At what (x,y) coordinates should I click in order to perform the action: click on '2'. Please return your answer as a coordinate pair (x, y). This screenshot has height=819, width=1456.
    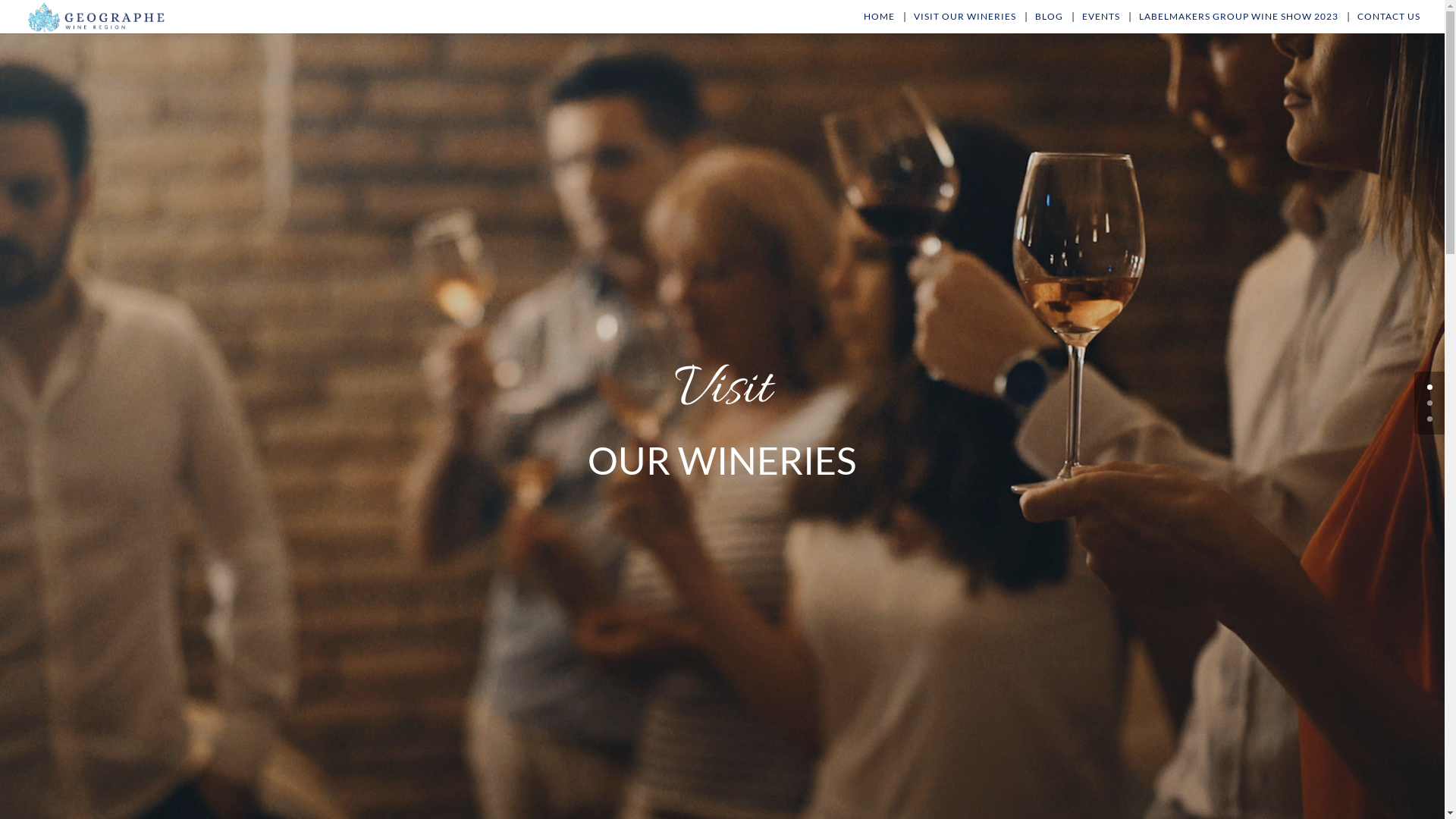
    Looking at the image, I should click on (1429, 419).